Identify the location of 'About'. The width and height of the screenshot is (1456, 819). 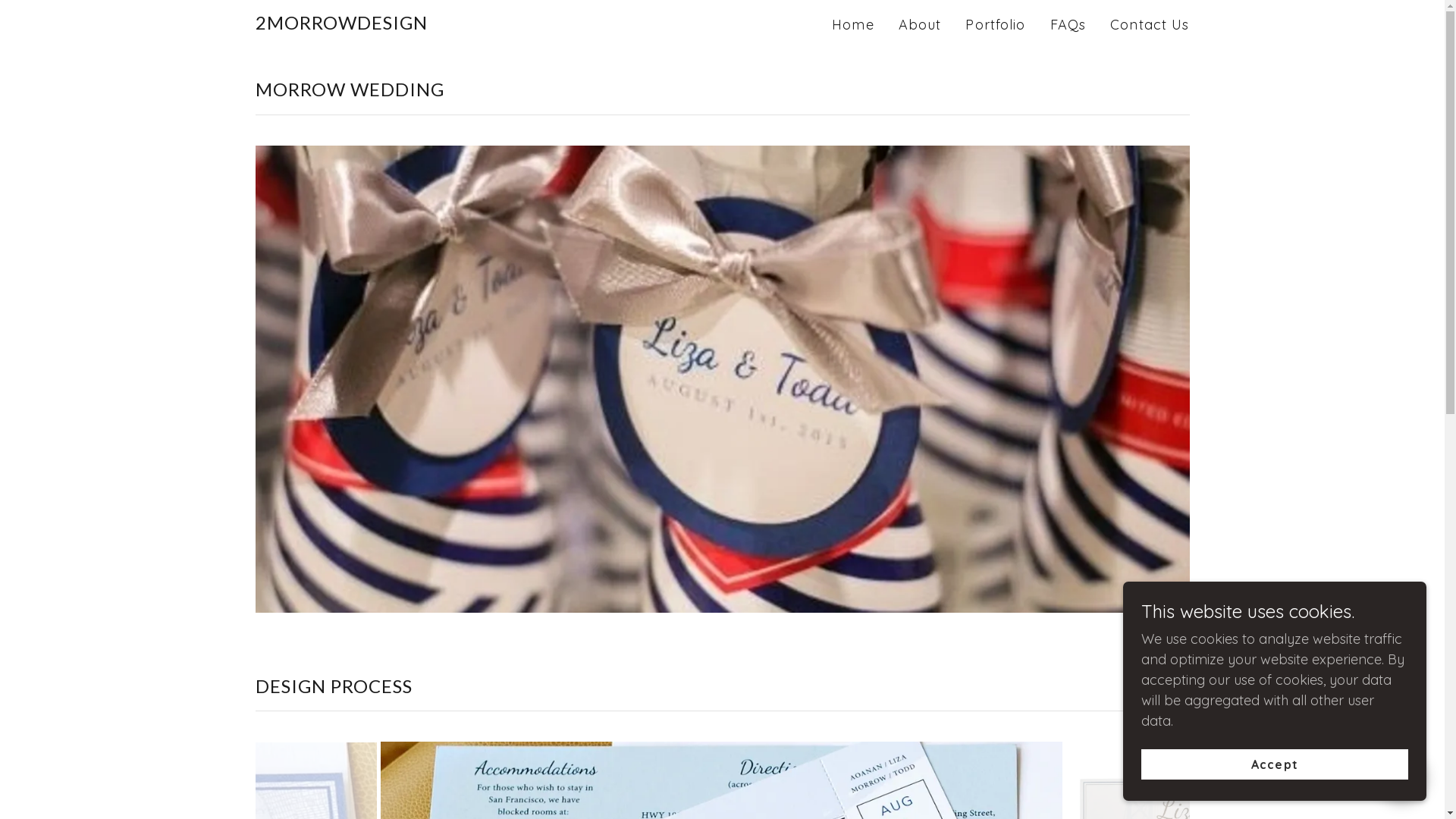
(919, 25).